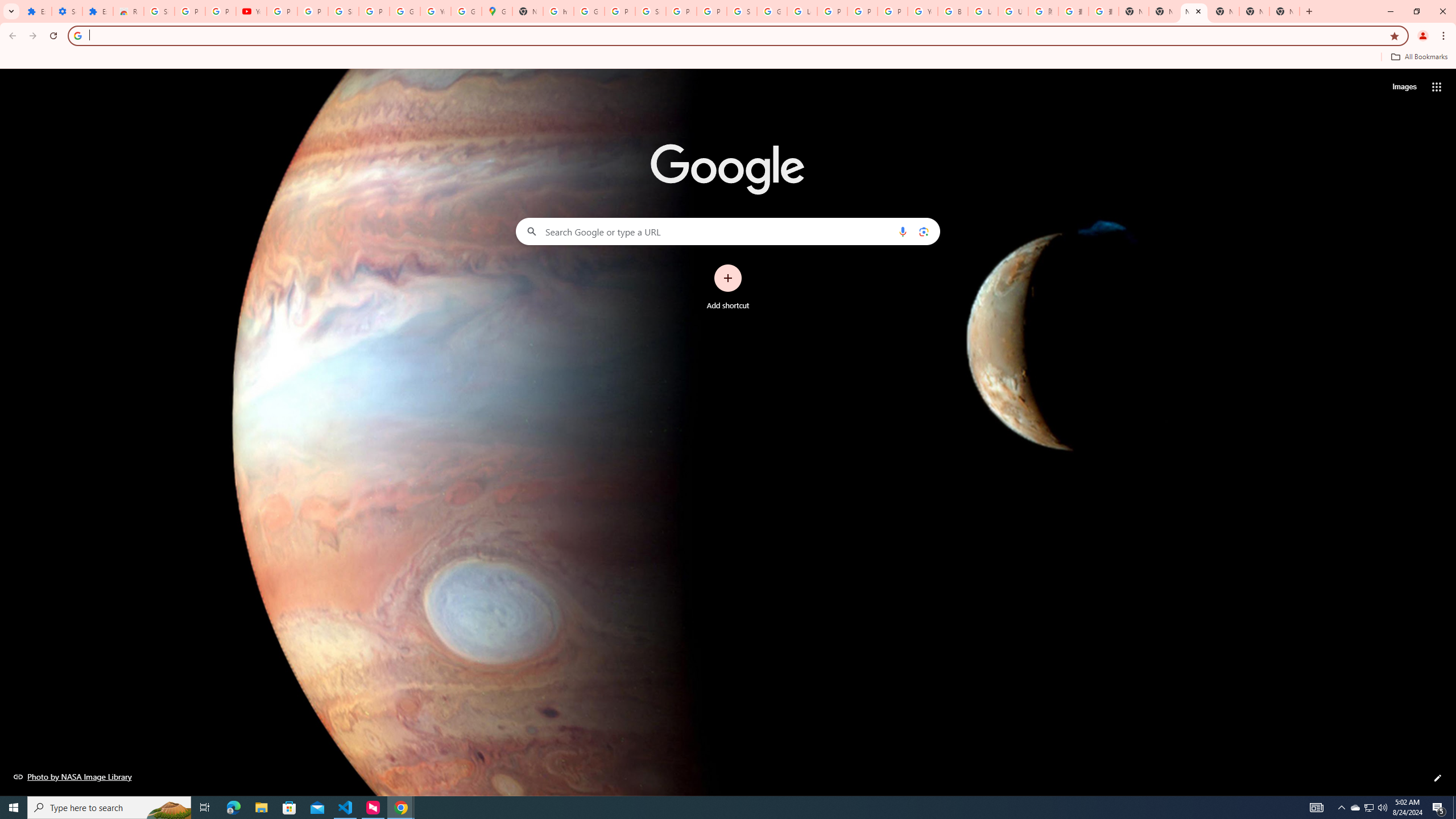 The height and width of the screenshot is (819, 1456). Describe the element at coordinates (496, 11) in the screenshot. I see `'Google Maps'` at that location.